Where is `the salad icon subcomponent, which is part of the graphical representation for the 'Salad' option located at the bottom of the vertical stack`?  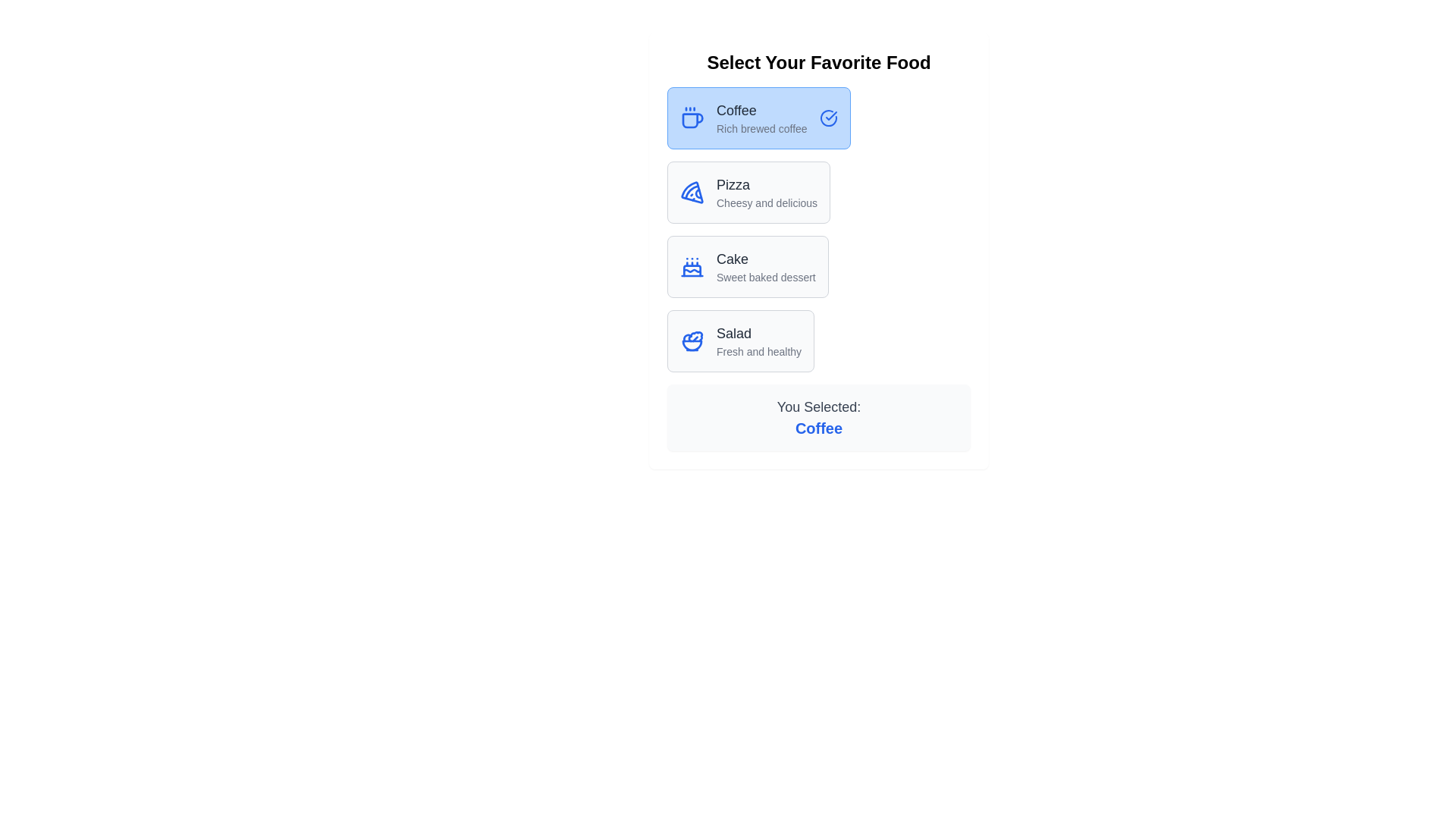 the salad icon subcomponent, which is part of the graphical representation for the 'Salad' option located at the bottom of the vertical stack is located at coordinates (695, 336).